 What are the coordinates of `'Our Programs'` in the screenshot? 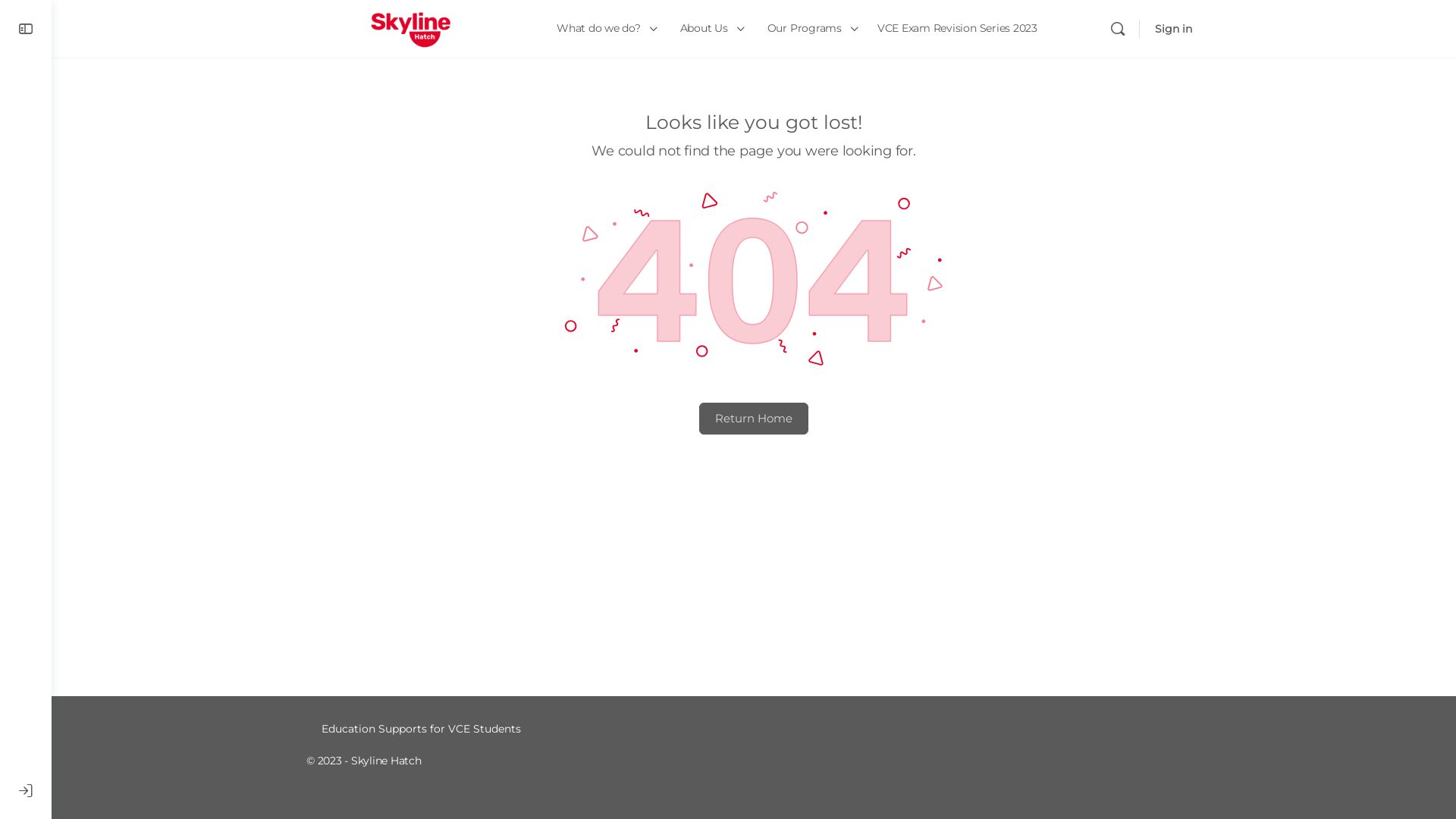 It's located at (810, 29).